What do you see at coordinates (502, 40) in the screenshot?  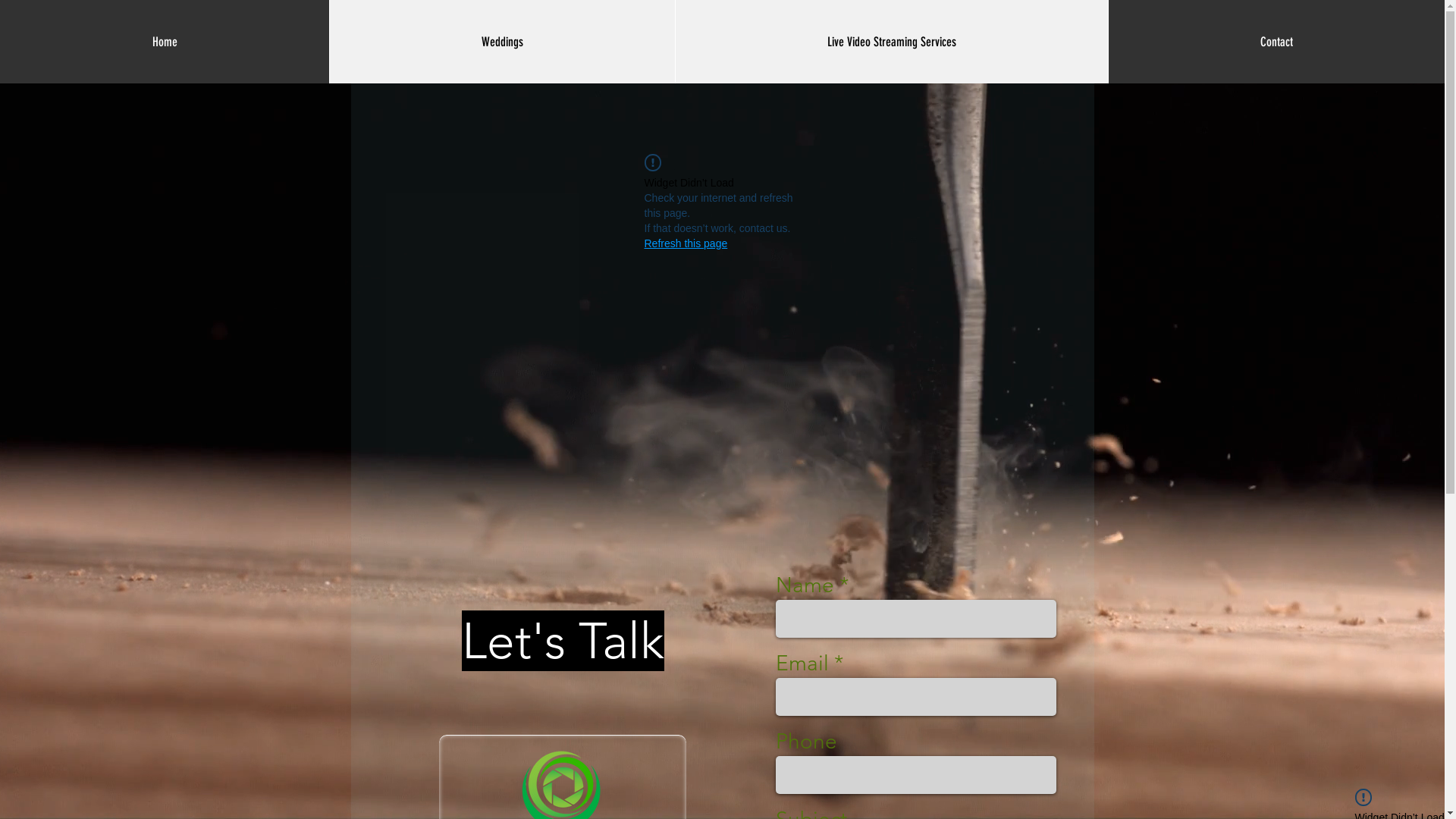 I see `'Weddings'` at bounding box center [502, 40].